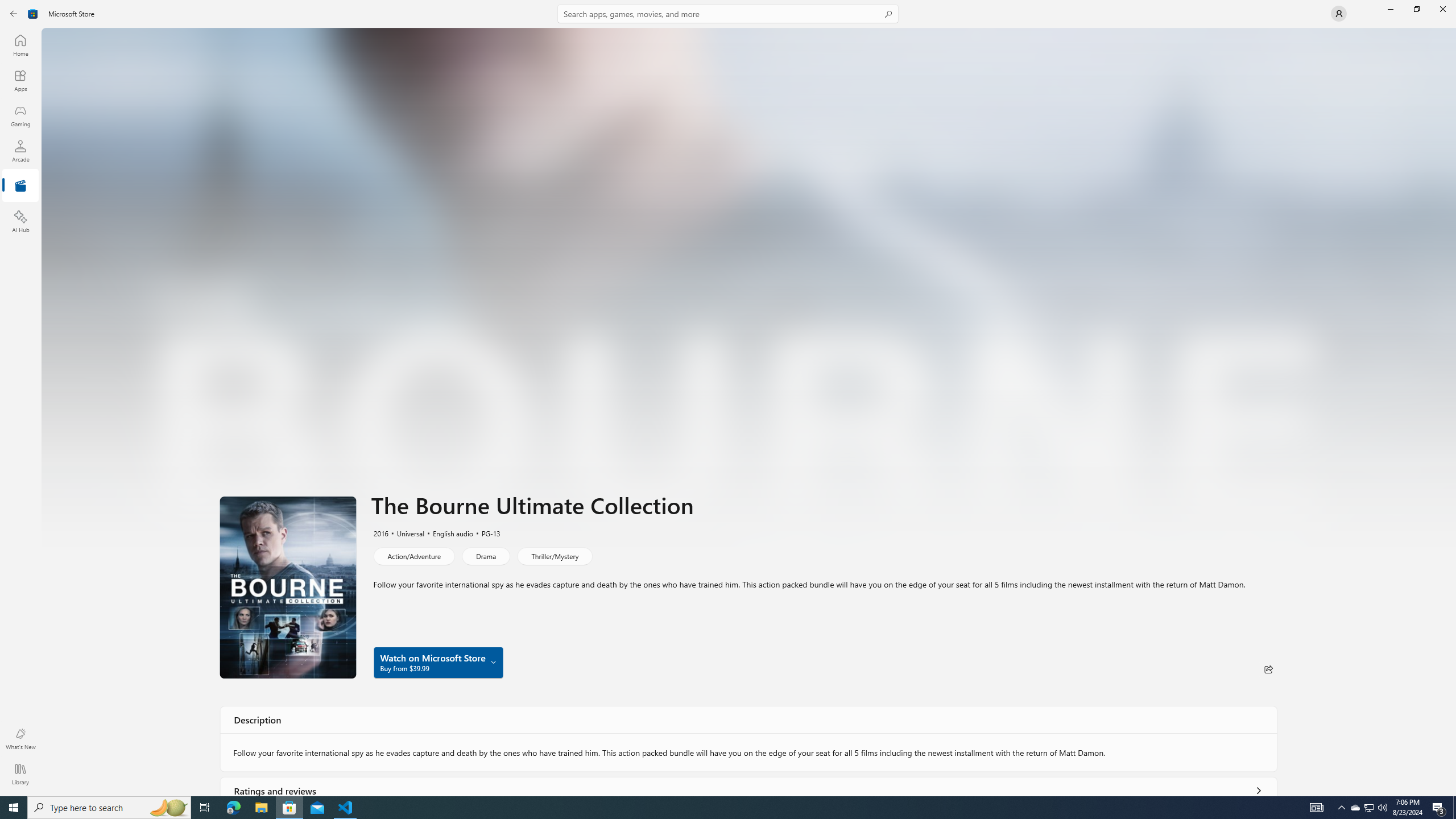 The width and height of the screenshot is (1456, 819). Describe the element at coordinates (438, 662) in the screenshot. I see `'Watch on Microsoft Store Buy from $39.99'` at that location.